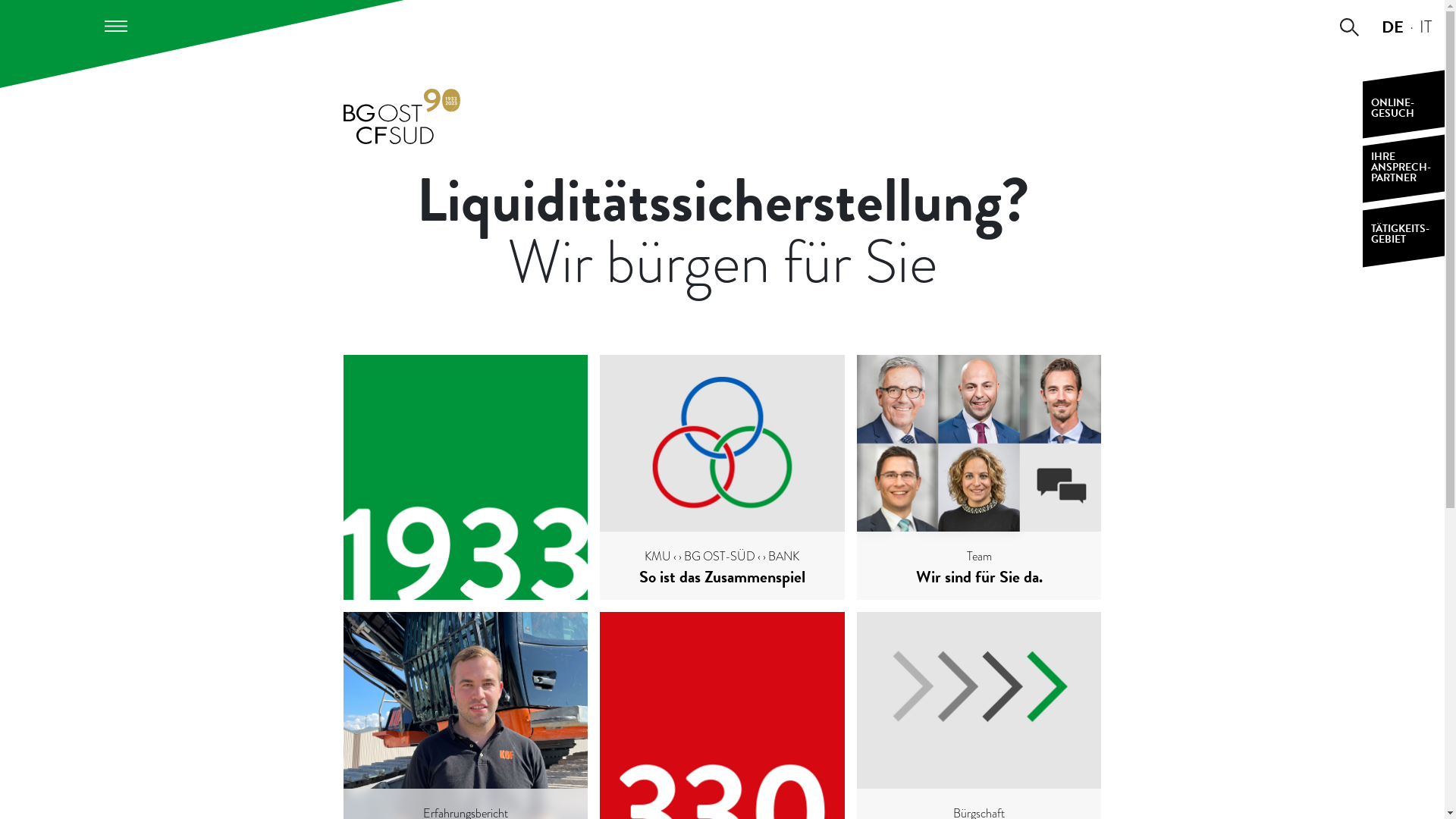 The height and width of the screenshot is (819, 1456). I want to click on 'IT', so click(1419, 26).